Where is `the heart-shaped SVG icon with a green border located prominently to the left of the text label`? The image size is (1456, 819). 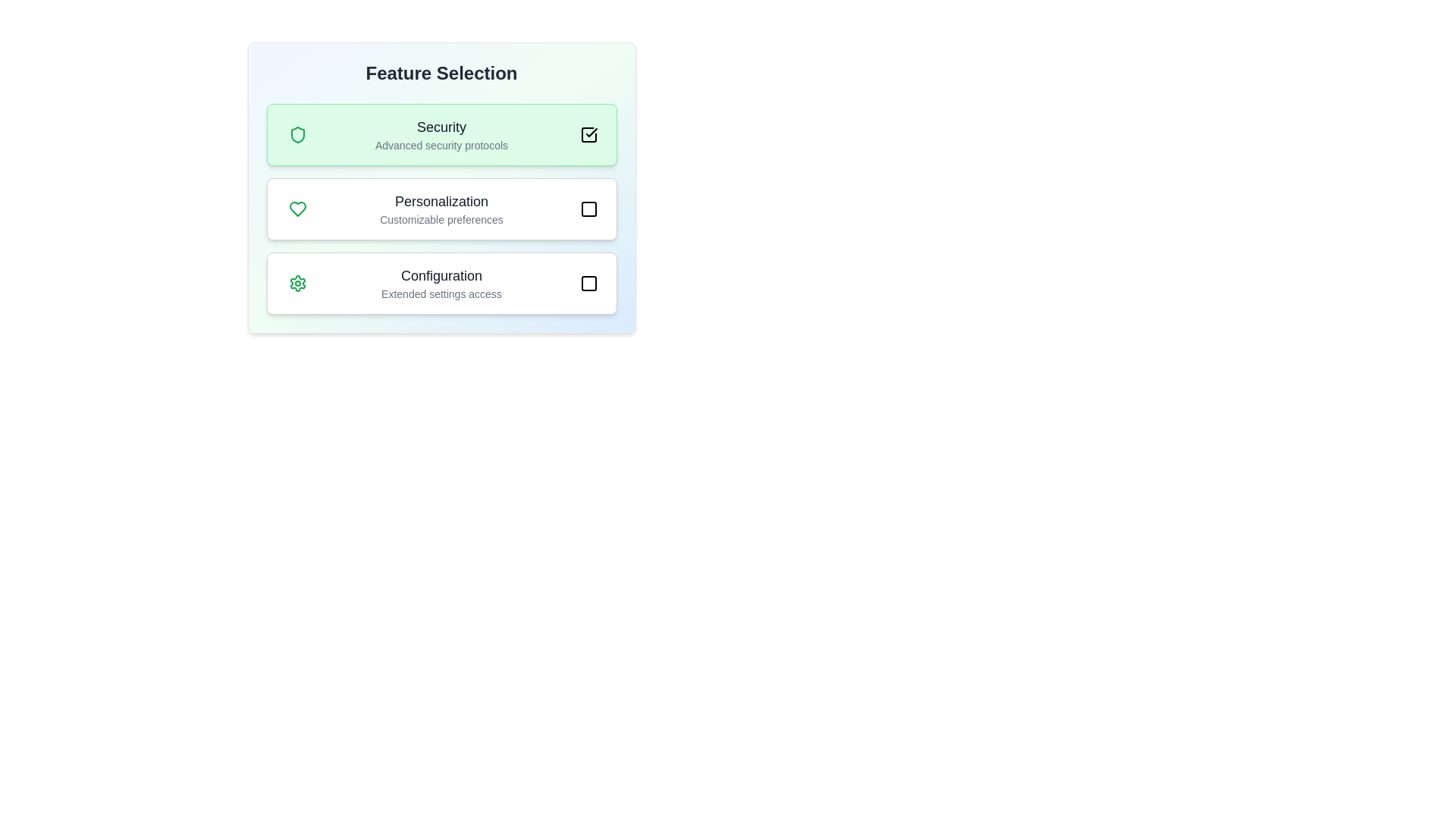
the heart-shaped SVG icon with a green border located prominently to the left of the text label is located at coordinates (297, 209).